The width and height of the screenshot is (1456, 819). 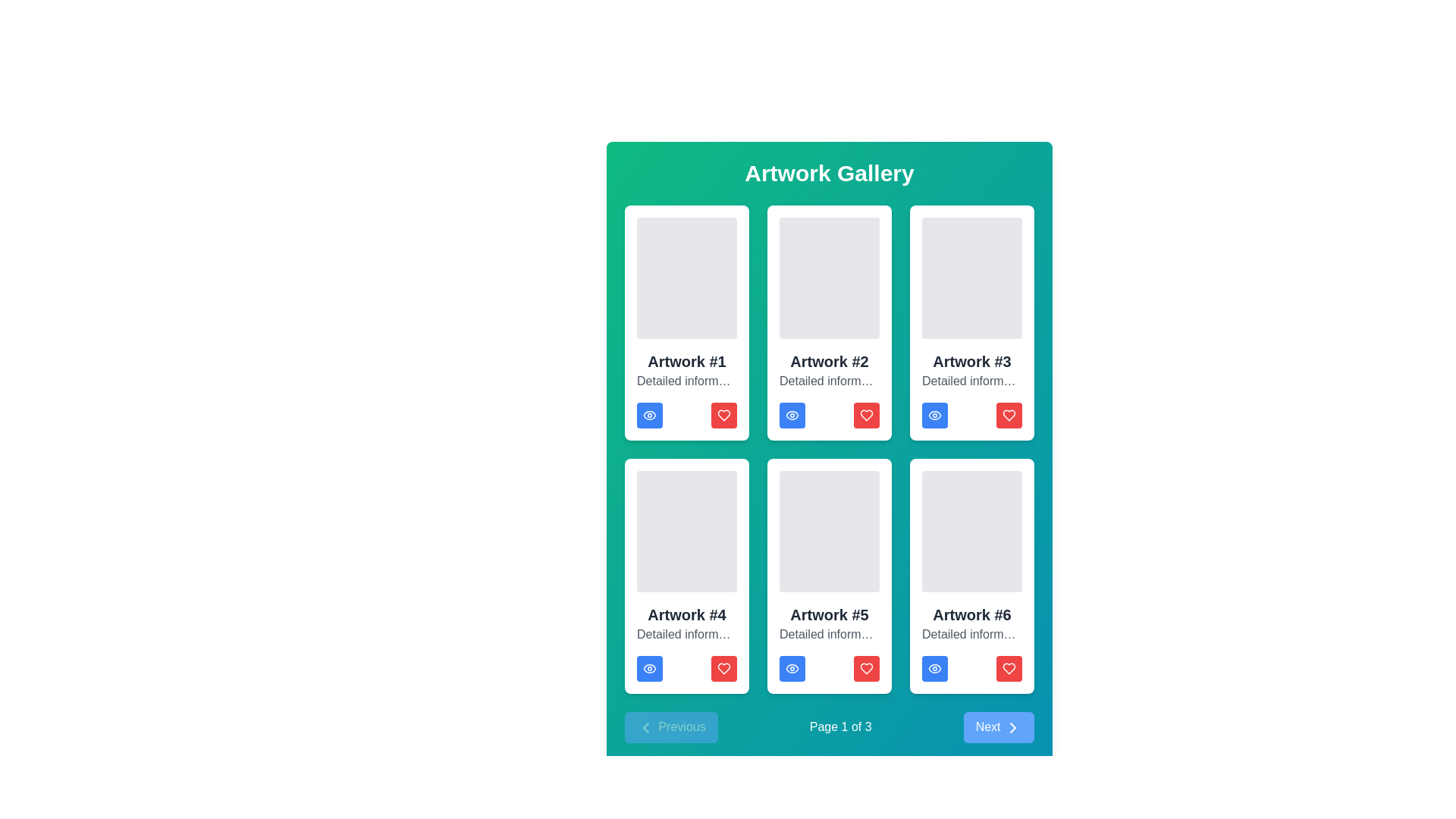 I want to click on the blue button with a rounded rectangle shape and an eye icon located beneath 'Artwork #1', so click(x=650, y=415).